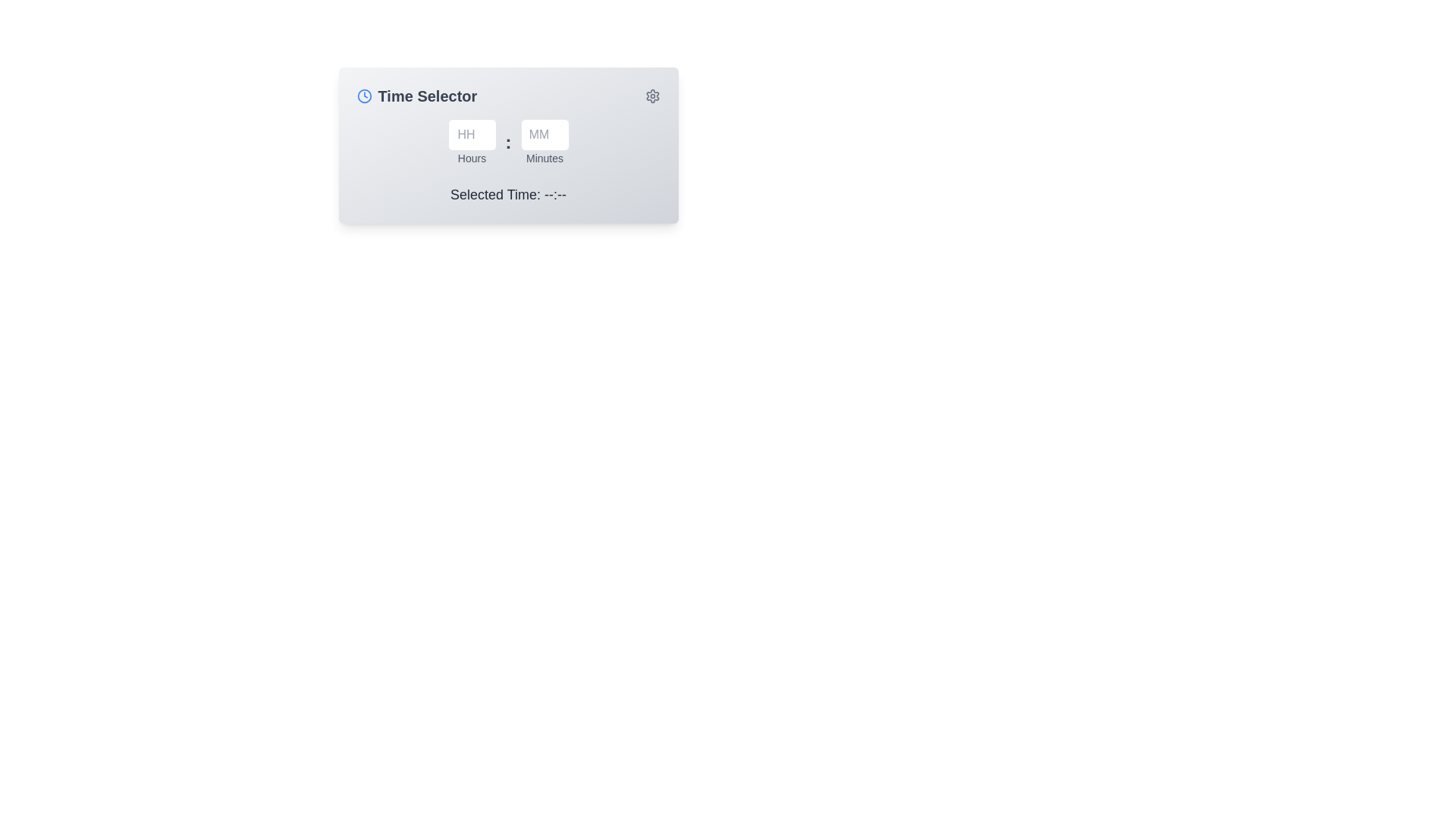 This screenshot has height=819, width=1456. What do you see at coordinates (471, 158) in the screenshot?
I see `the Text Label indicating the associated field for inputting hours, which is positioned below the 'HH' input field and to the left of the 'Minutes' text element` at bounding box center [471, 158].